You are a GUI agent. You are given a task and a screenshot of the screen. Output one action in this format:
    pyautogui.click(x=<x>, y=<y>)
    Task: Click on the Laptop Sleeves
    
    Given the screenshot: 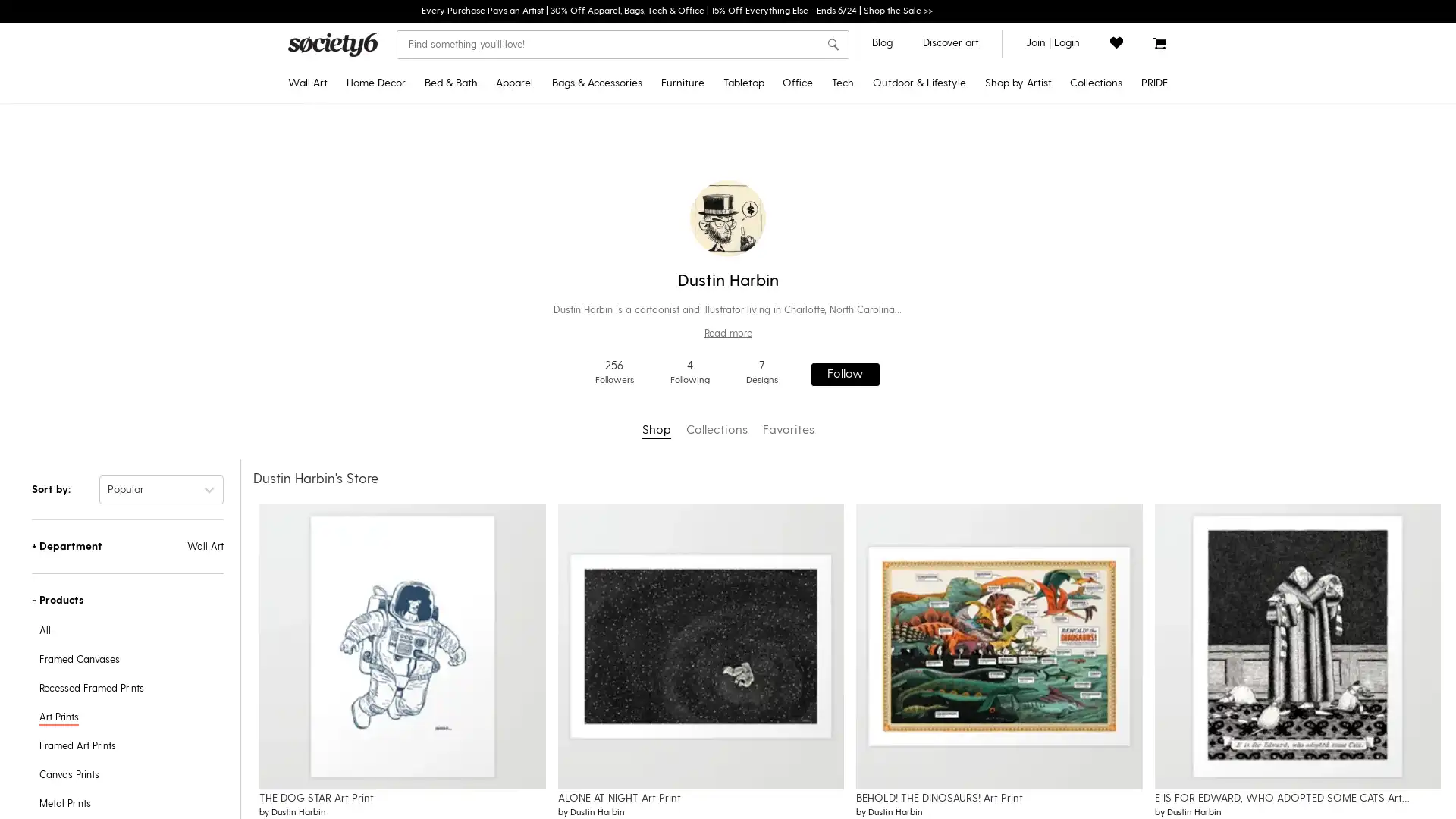 What is the action you would take?
    pyautogui.click(x=896, y=315)
    